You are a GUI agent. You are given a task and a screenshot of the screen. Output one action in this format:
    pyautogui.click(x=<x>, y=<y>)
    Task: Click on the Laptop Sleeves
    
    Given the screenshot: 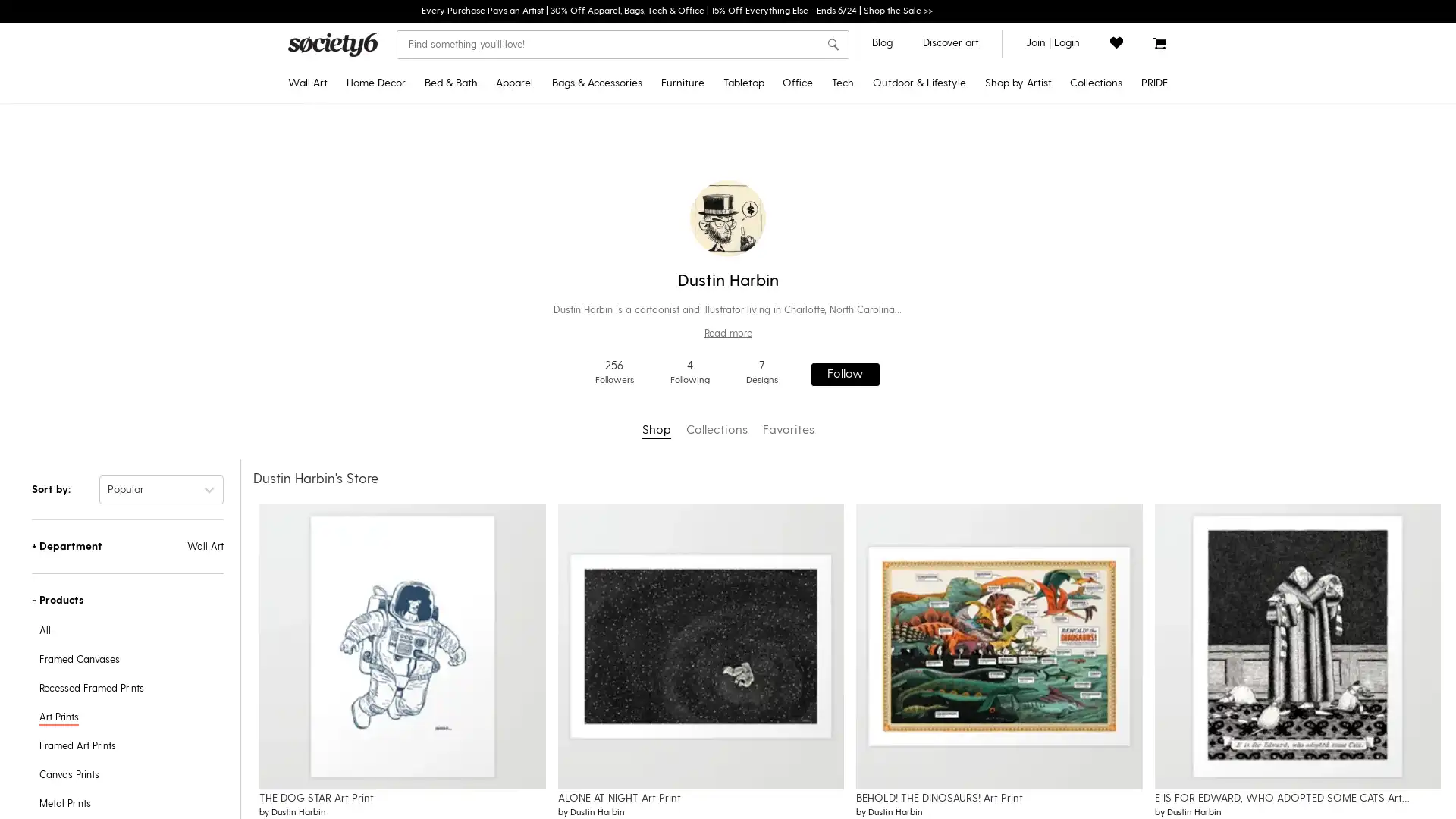 What is the action you would take?
    pyautogui.click(x=896, y=315)
    